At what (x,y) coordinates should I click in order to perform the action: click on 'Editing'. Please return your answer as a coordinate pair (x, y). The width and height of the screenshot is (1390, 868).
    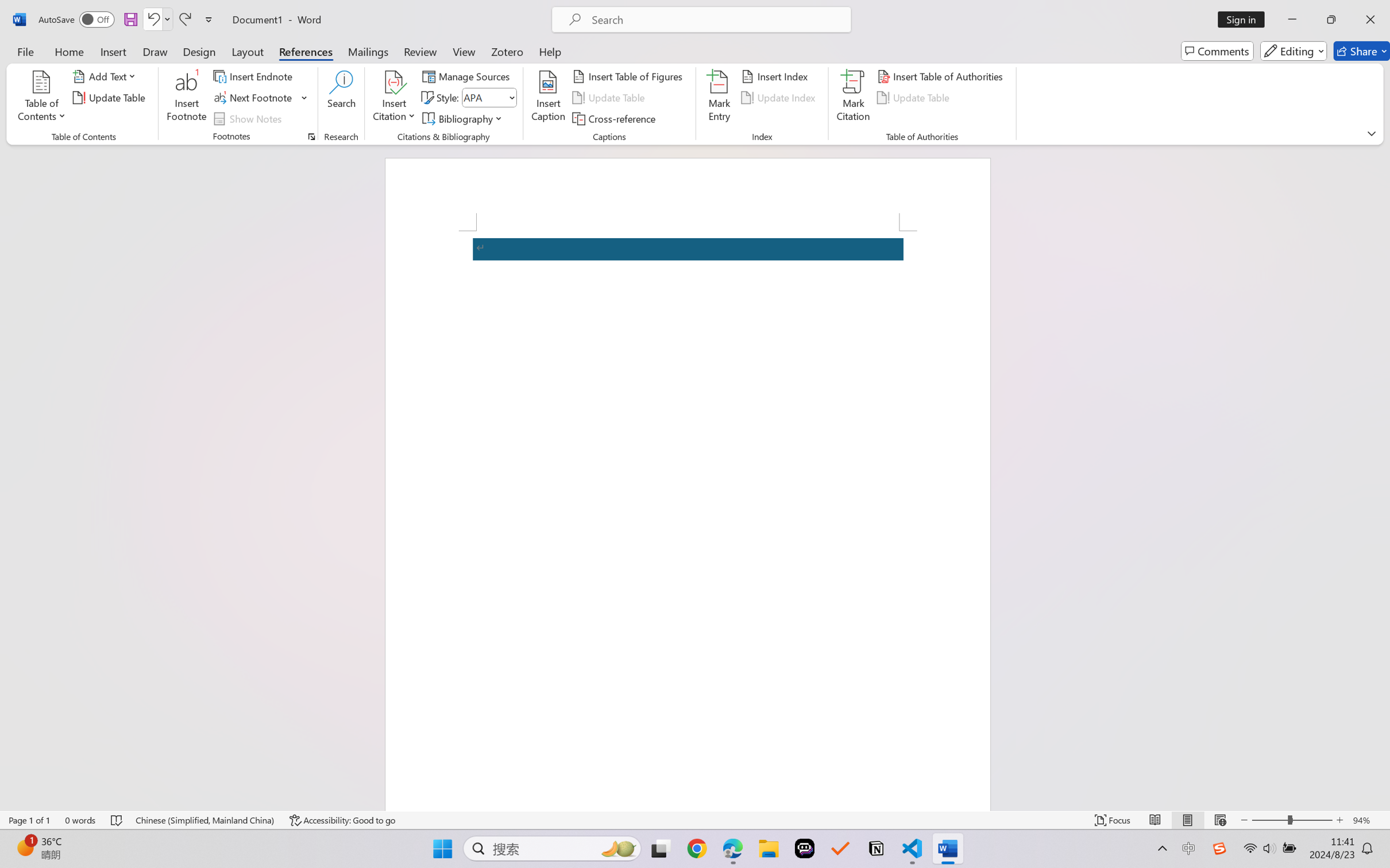
    Looking at the image, I should click on (1294, 51).